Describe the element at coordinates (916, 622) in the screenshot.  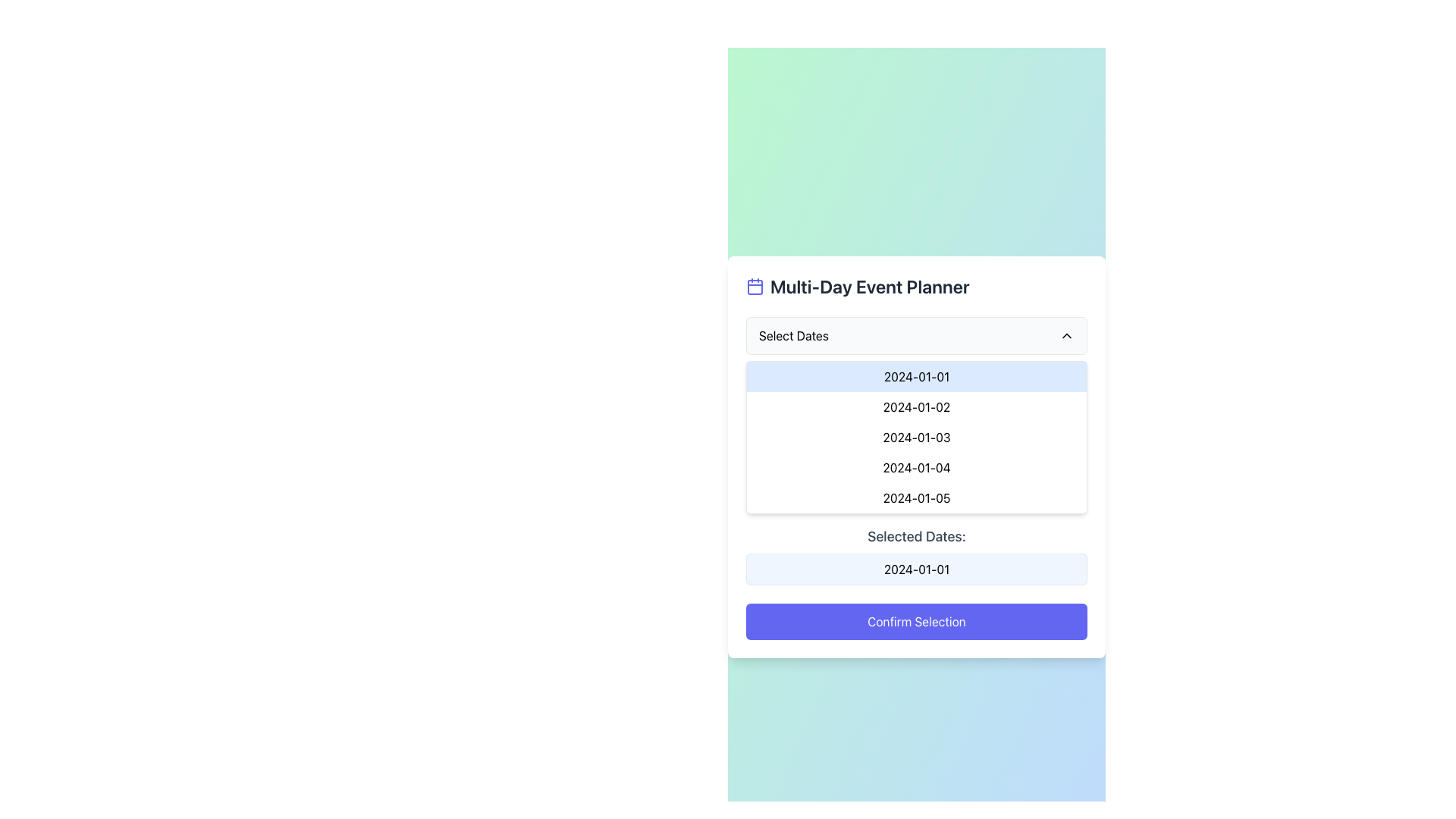
I see `the confirm button located at the bottom of the 'Multi-Day Event Planner' card to finalize the selected dates` at that location.